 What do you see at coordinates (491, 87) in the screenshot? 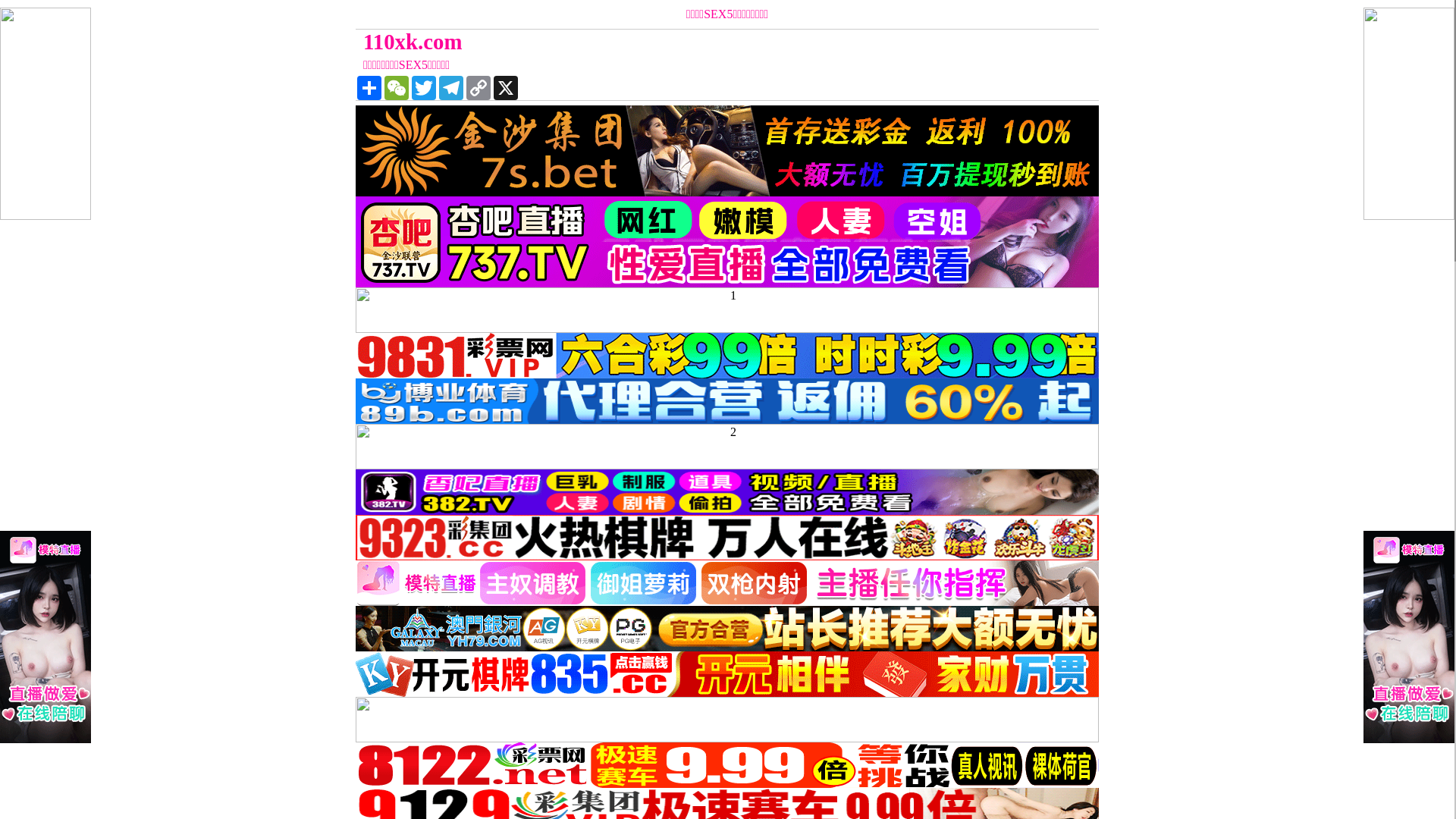
I see `'X'` at bounding box center [491, 87].